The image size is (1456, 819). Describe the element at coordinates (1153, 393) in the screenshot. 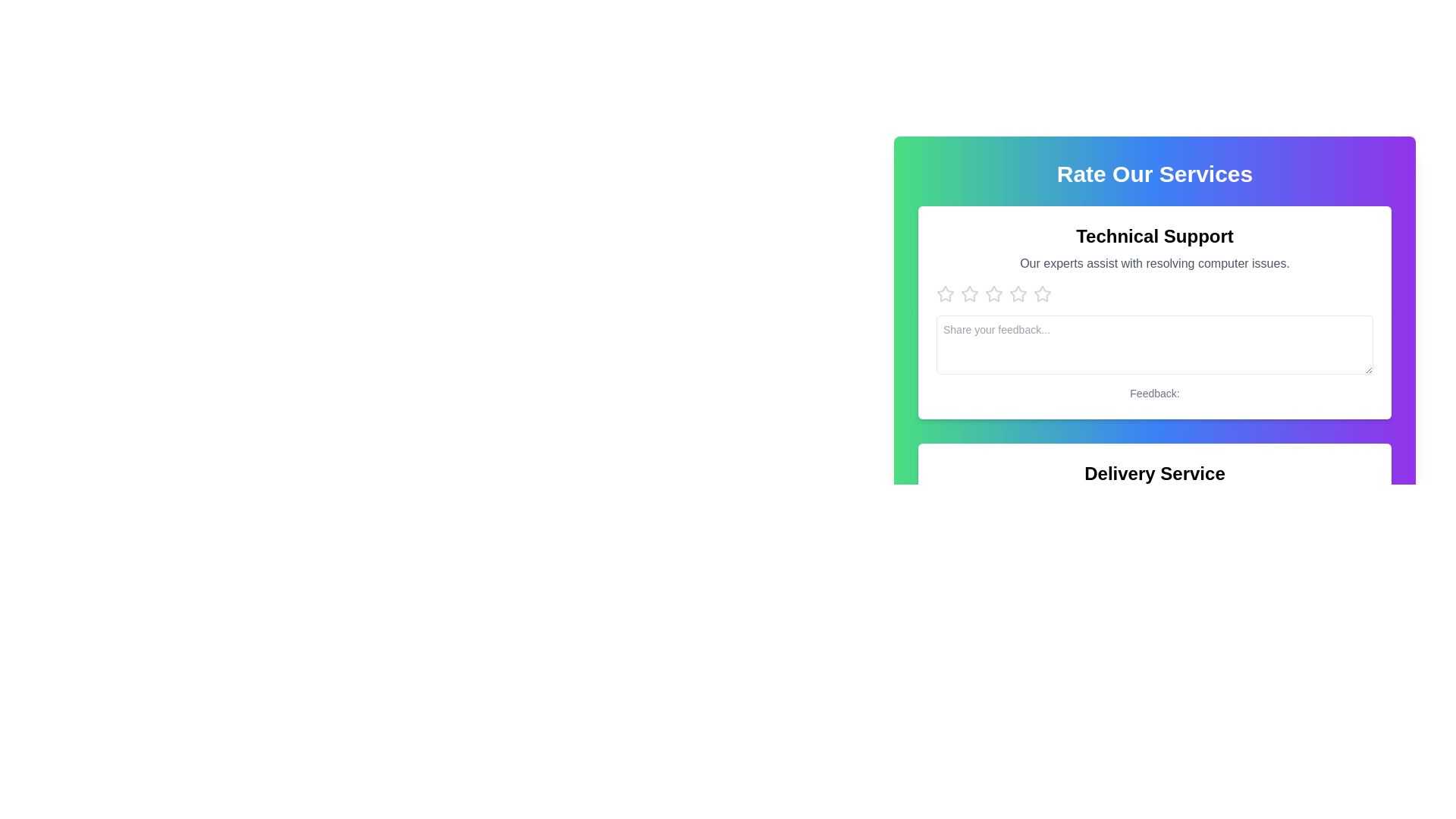

I see `the text label displaying 'Feedback:', which is styled with a small gray font and located below the text input box` at that location.